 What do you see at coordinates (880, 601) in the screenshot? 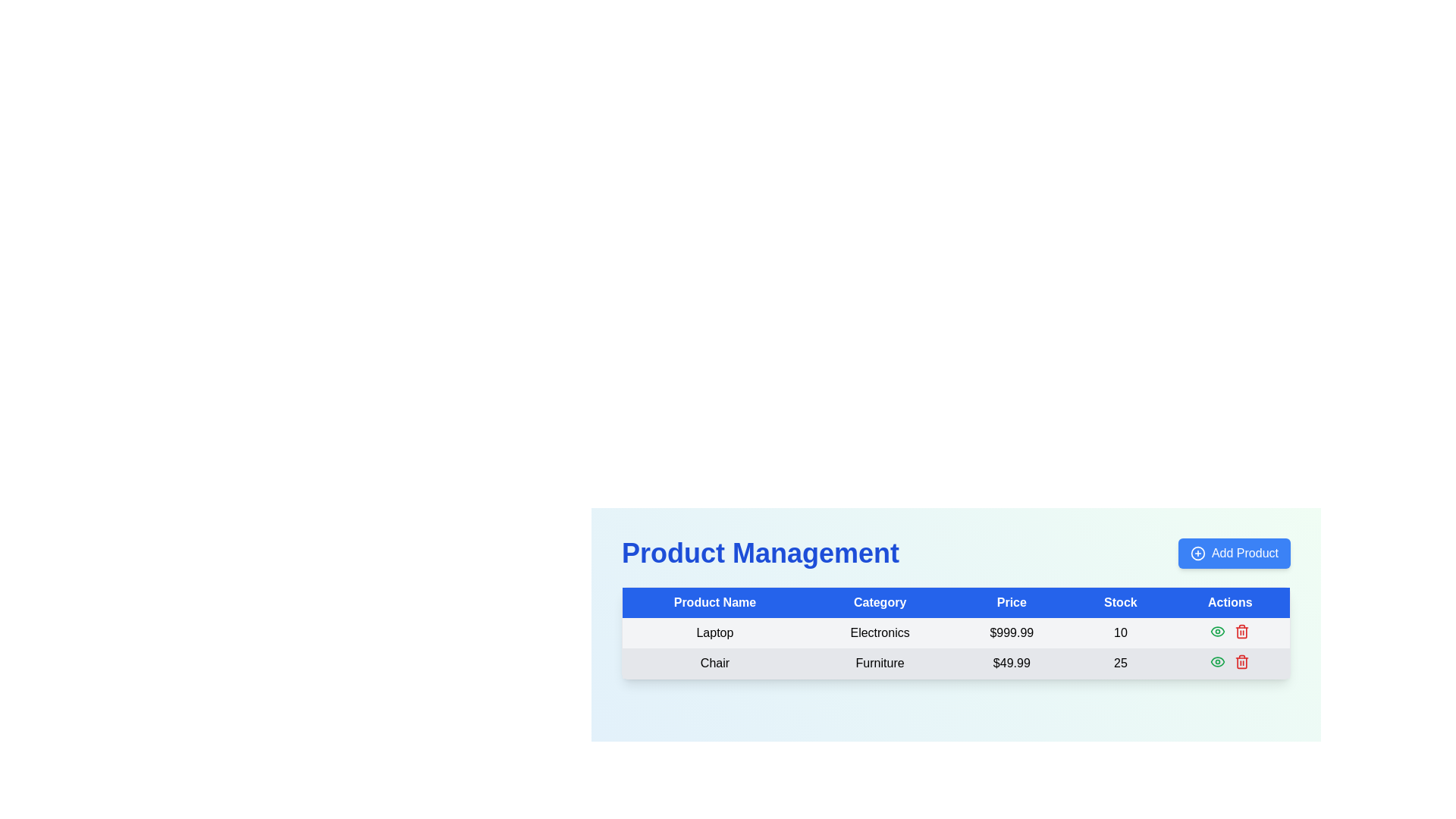
I see `the blue rectangular header cell labeled 'Category' in the table header row, which is the second column header after 'Product Name'` at bounding box center [880, 601].